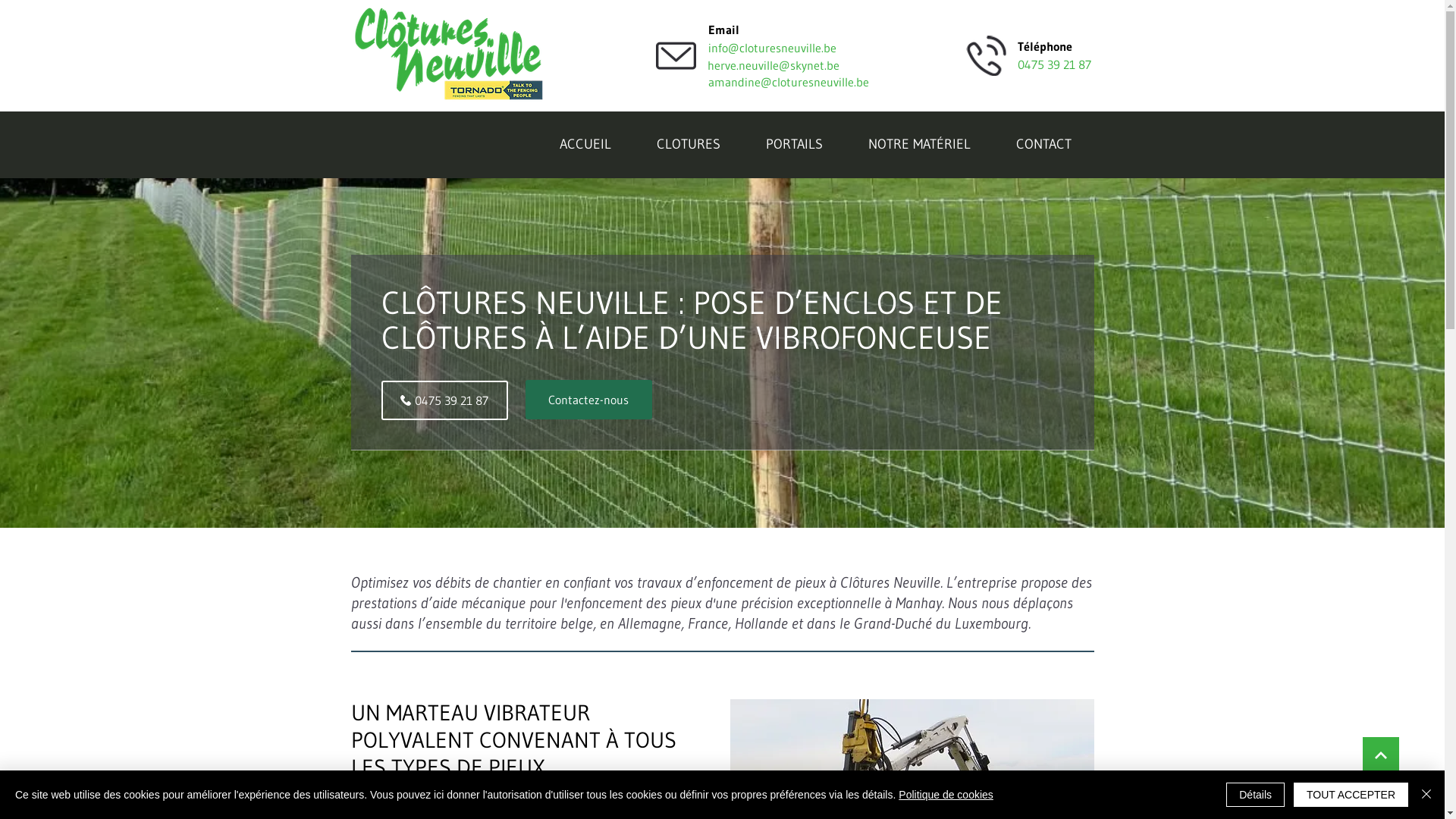 The width and height of the screenshot is (1456, 819). Describe the element at coordinates (587, 399) in the screenshot. I see `'Contactez-nous'` at that location.